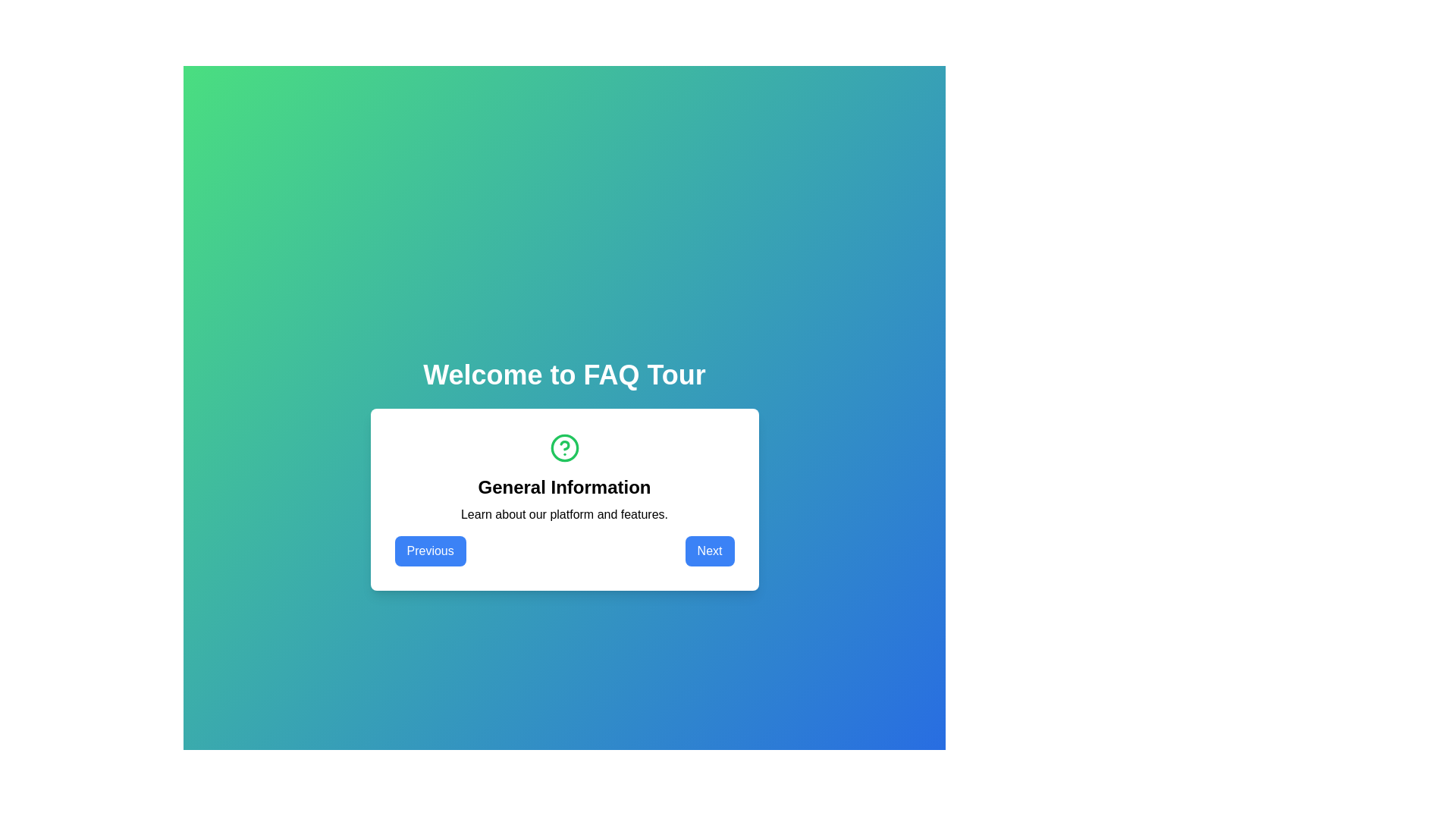  Describe the element at coordinates (709, 551) in the screenshot. I see `the 'Next' button with rounded corners and blue background located in the bottom-right corner of the modal/dialog box to proceed` at that location.